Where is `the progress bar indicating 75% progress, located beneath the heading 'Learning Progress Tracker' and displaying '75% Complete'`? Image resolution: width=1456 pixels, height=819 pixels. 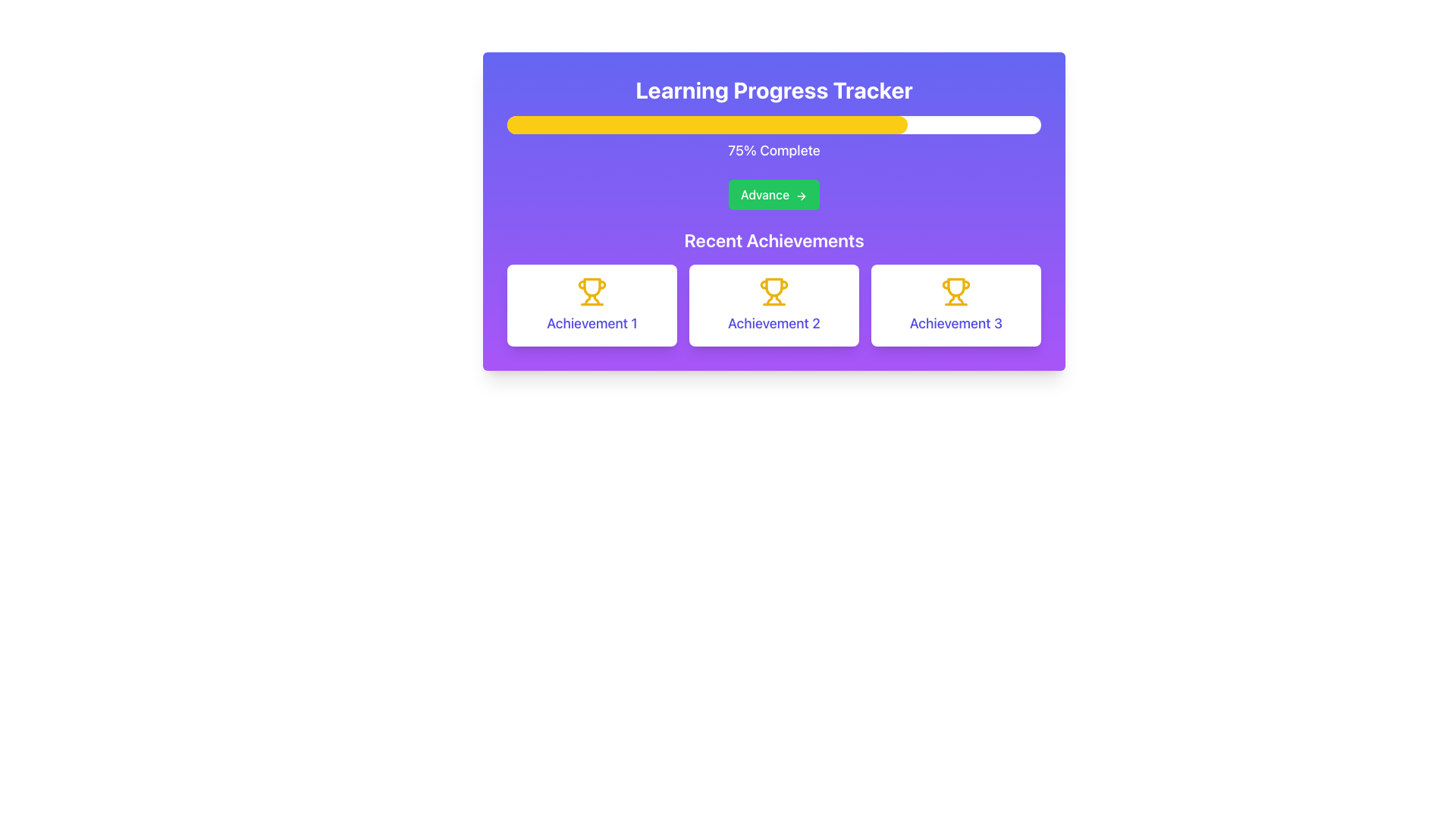
the progress bar indicating 75% progress, located beneath the heading 'Learning Progress Tracker' and displaying '75% Complete' is located at coordinates (774, 138).